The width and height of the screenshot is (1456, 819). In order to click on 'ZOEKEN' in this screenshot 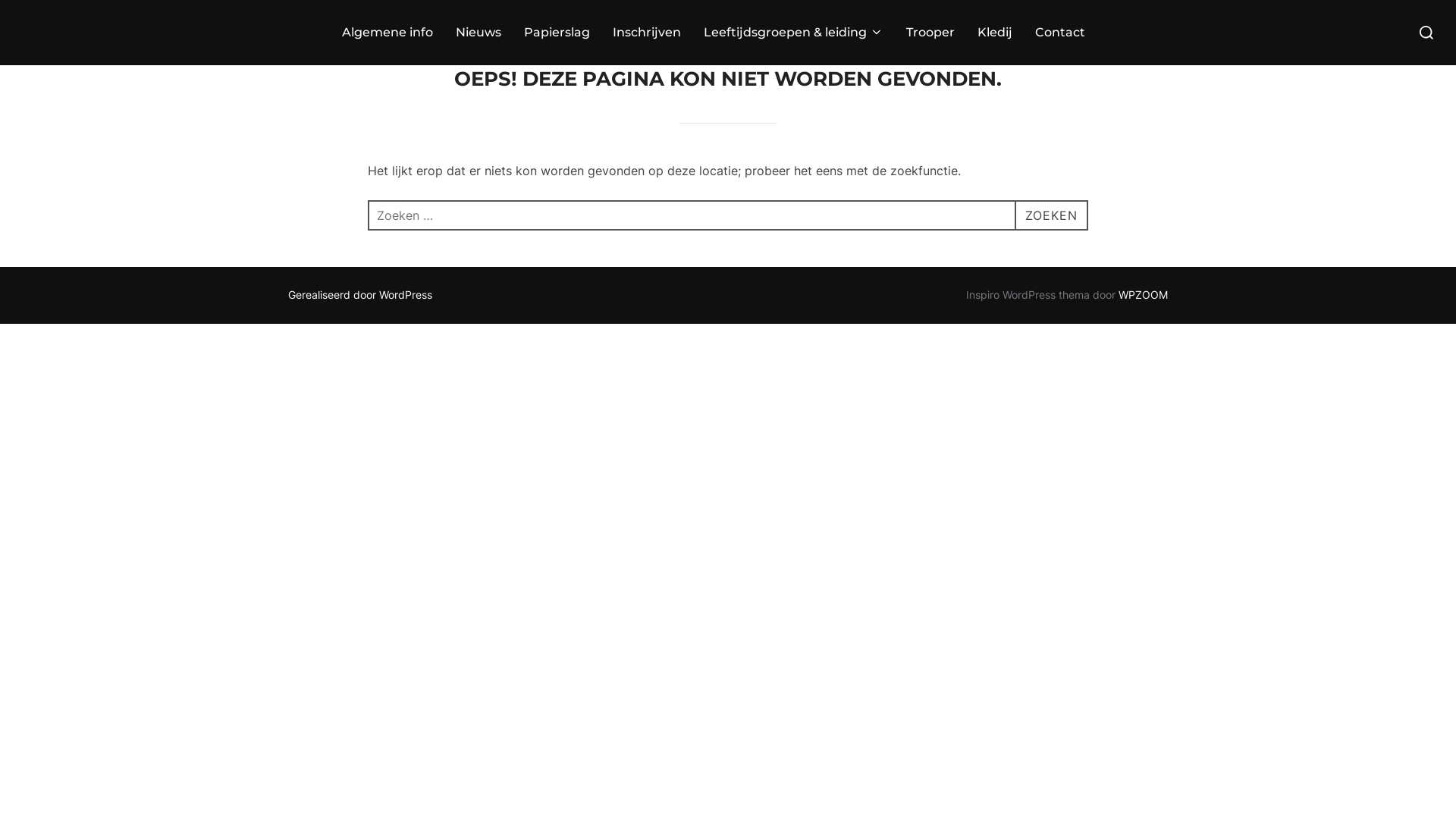, I will do `click(1050, 215)`.